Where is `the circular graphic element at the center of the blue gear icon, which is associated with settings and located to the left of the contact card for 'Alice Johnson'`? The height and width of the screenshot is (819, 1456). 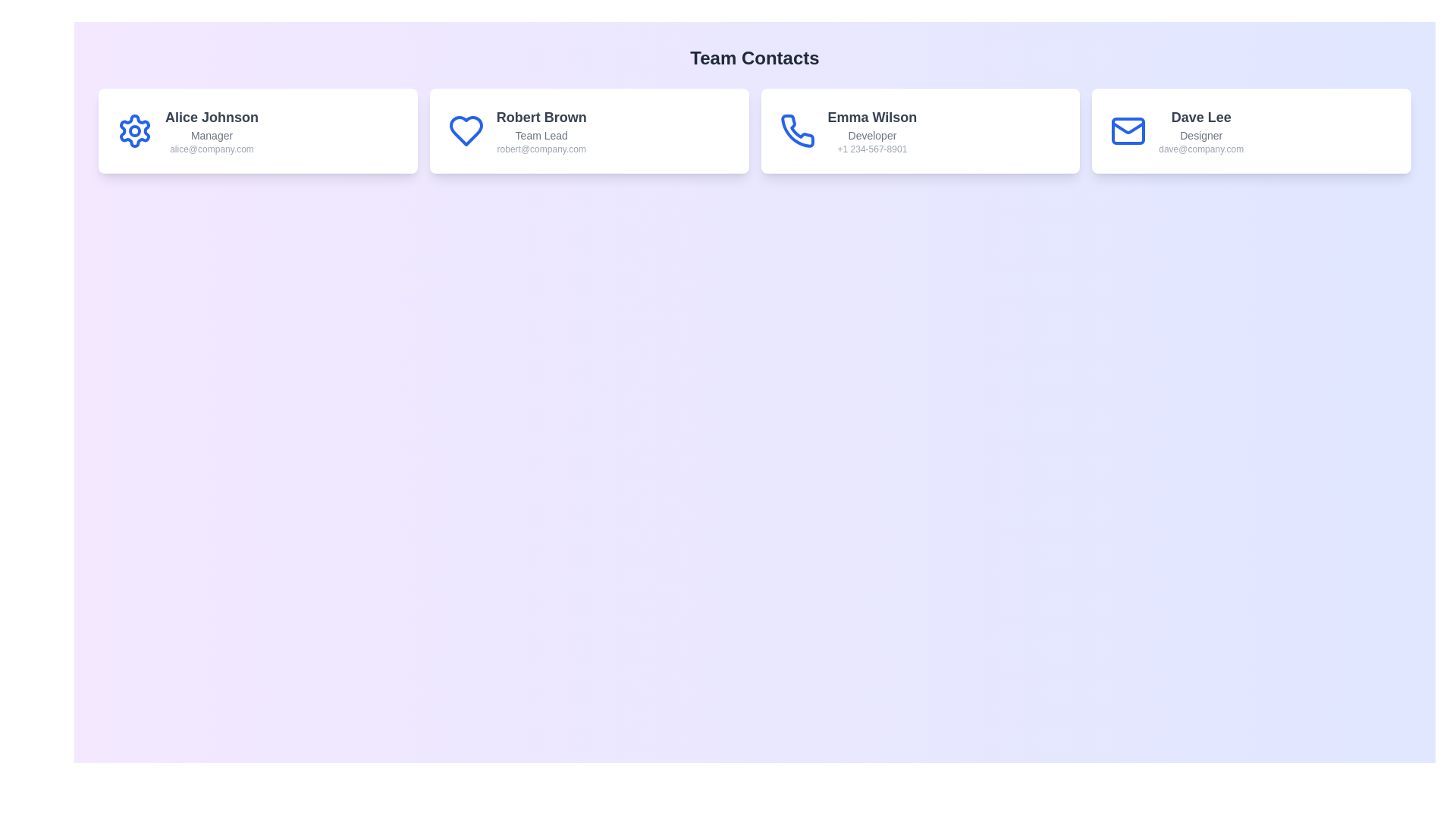 the circular graphic element at the center of the blue gear icon, which is associated with settings and located to the left of the contact card for 'Alice Johnson' is located at coordinates (134, 130).